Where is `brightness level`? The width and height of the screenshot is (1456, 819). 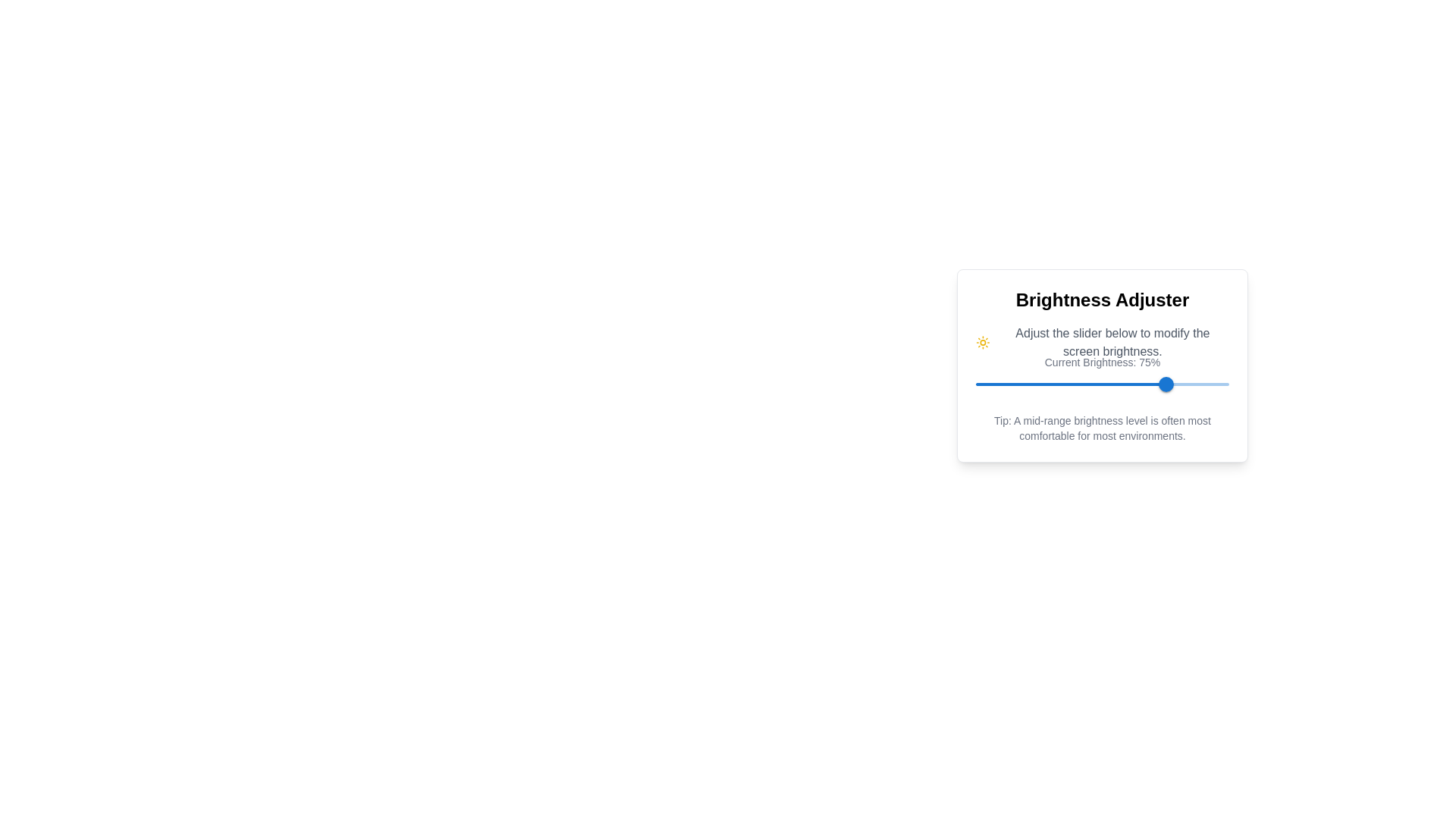
brightness level is located at coordinates (1107, 383).